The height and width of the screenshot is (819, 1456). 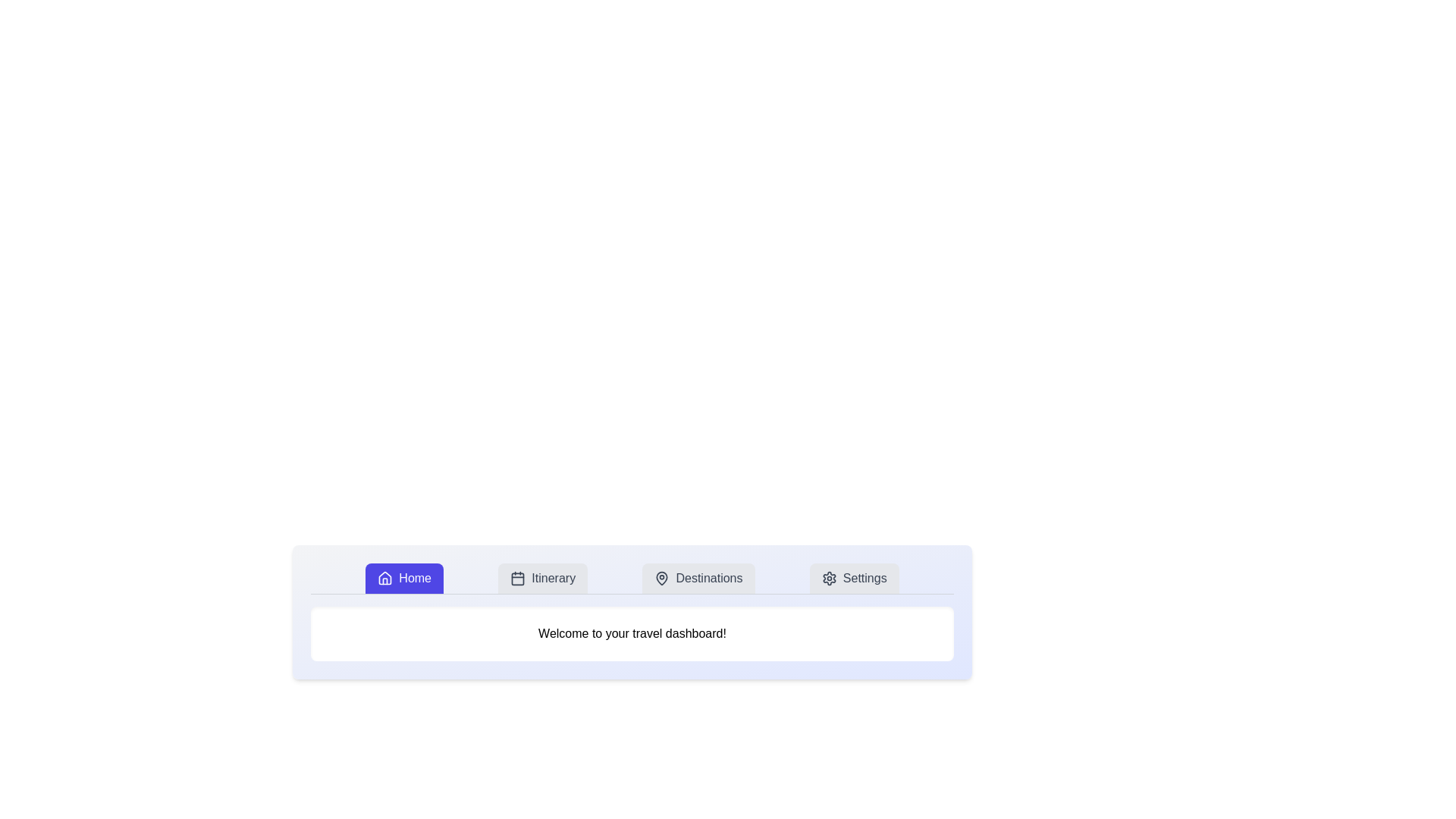 What do you see at coordinates (708, 579) in the screenshot?
I see `the 'Destinations' text label within the button located in the menu bar` at bounding box center [708, 579].